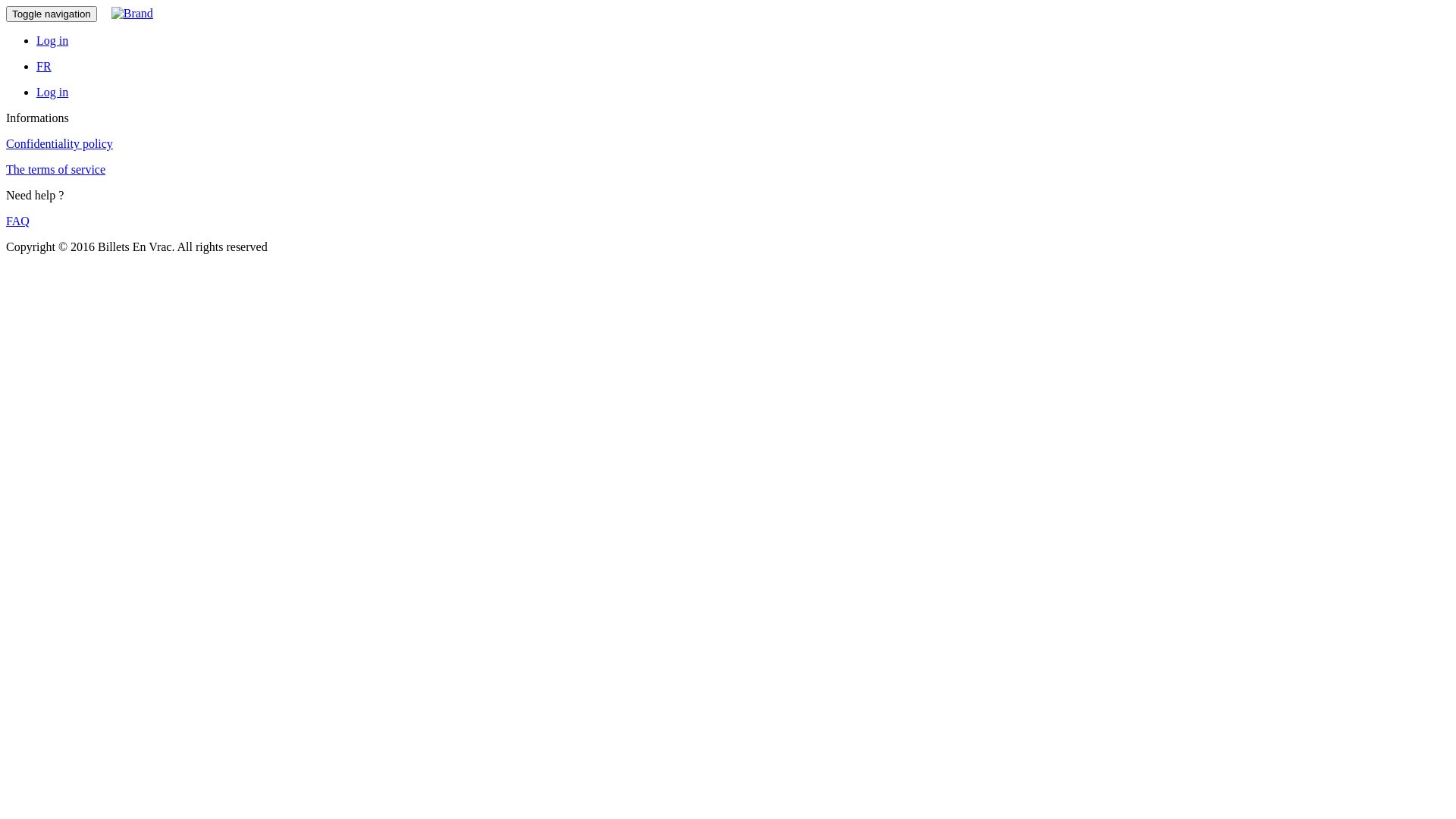 The height and width of the screenshot is (819, 1456). I want to click on 'Log in', so click(36, 92).